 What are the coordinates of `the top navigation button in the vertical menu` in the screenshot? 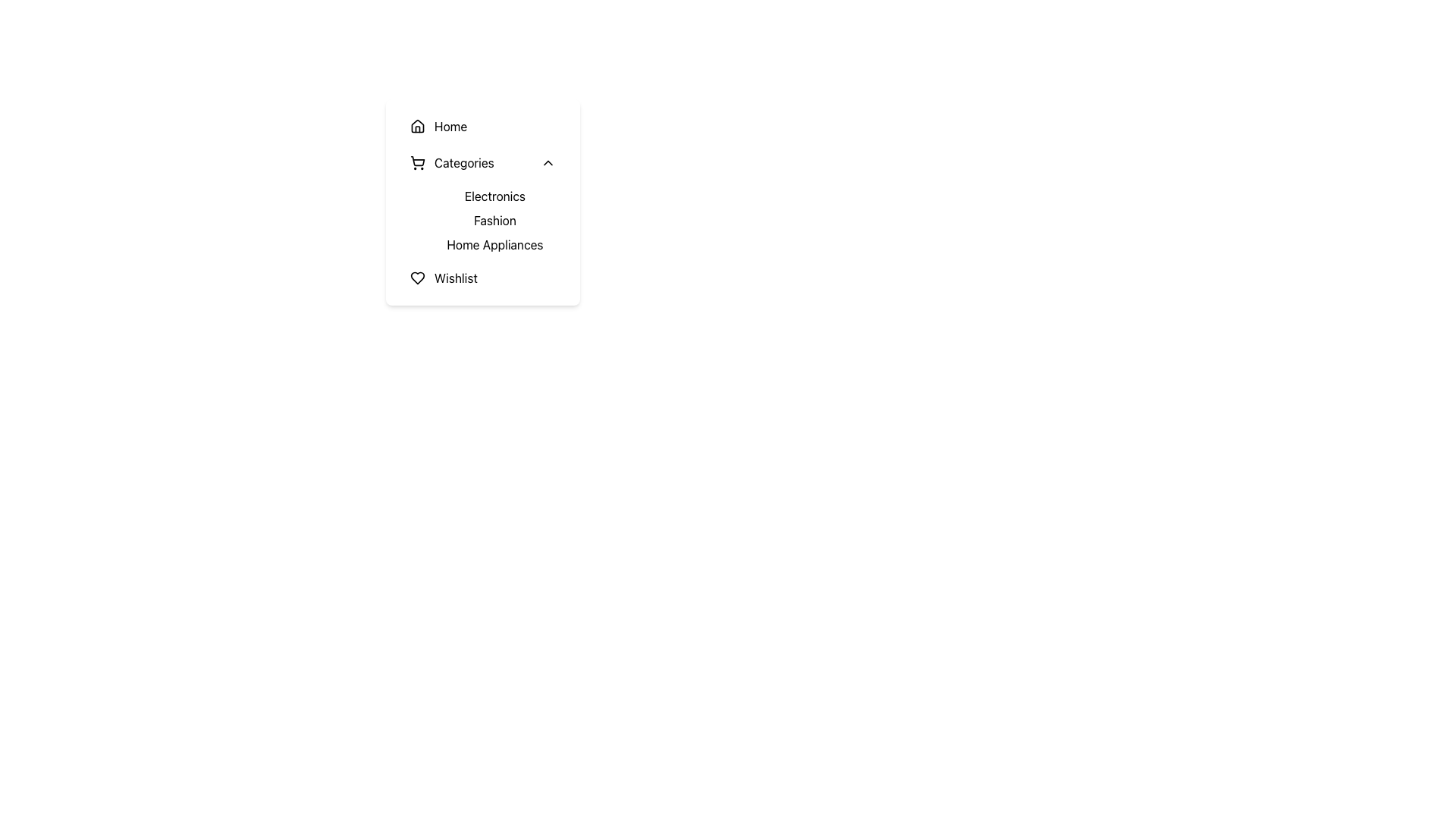 It's located at (482, 125).